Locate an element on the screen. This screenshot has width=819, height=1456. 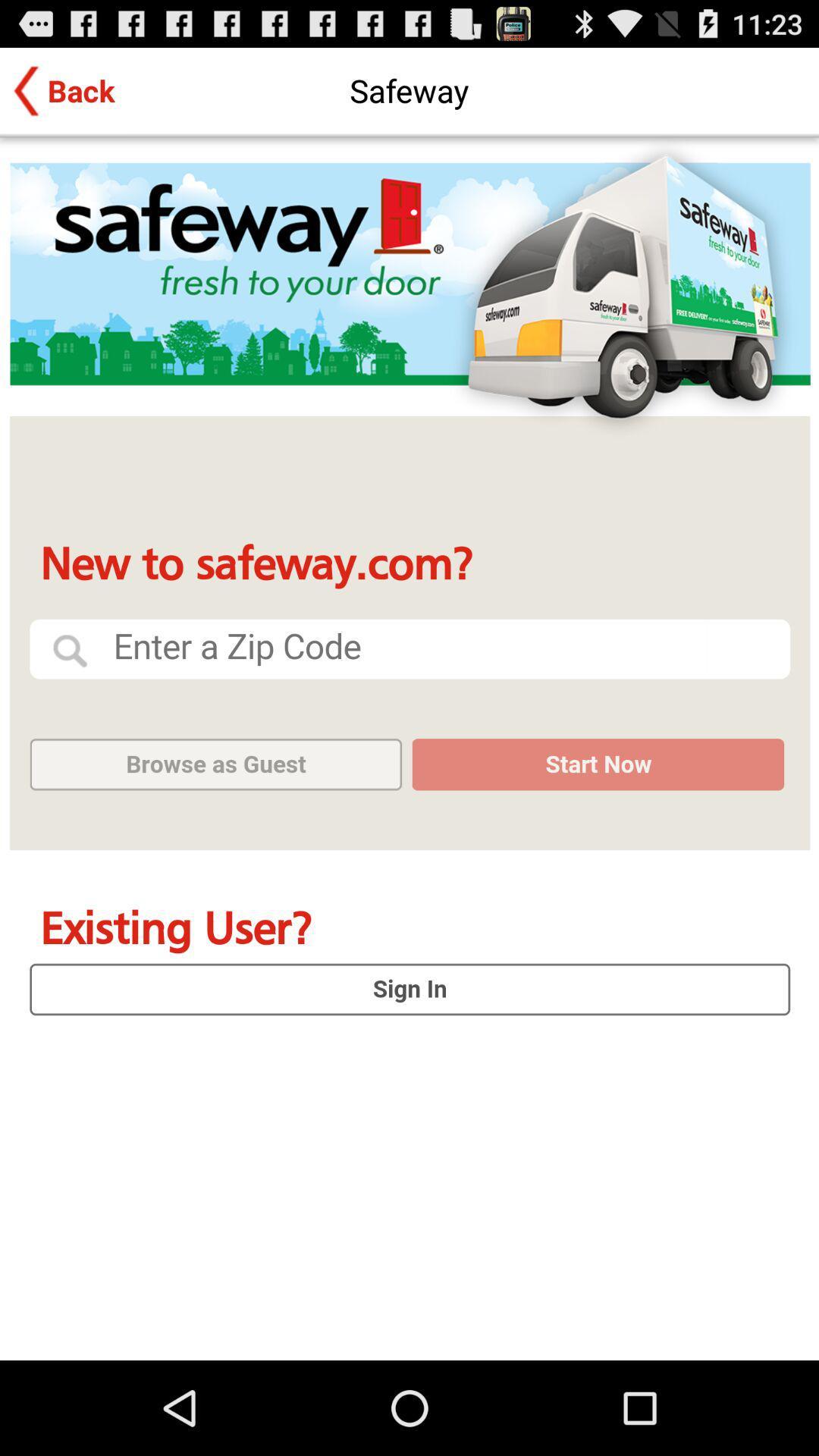
sign in is located at coordinates (409, 748).